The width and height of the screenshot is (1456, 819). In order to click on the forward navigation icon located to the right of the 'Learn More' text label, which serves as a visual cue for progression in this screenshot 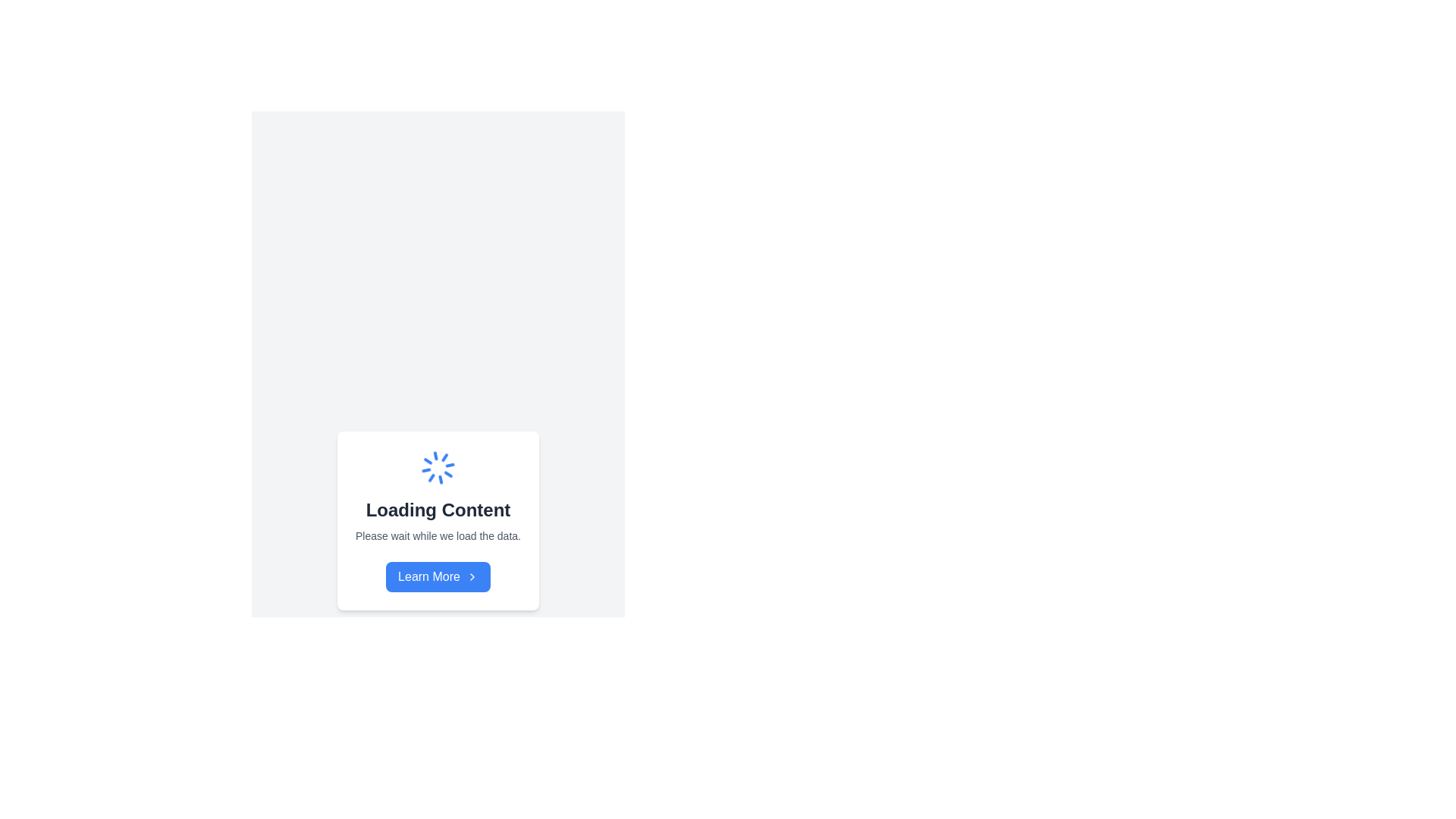, I will do `click(471, 576)`.